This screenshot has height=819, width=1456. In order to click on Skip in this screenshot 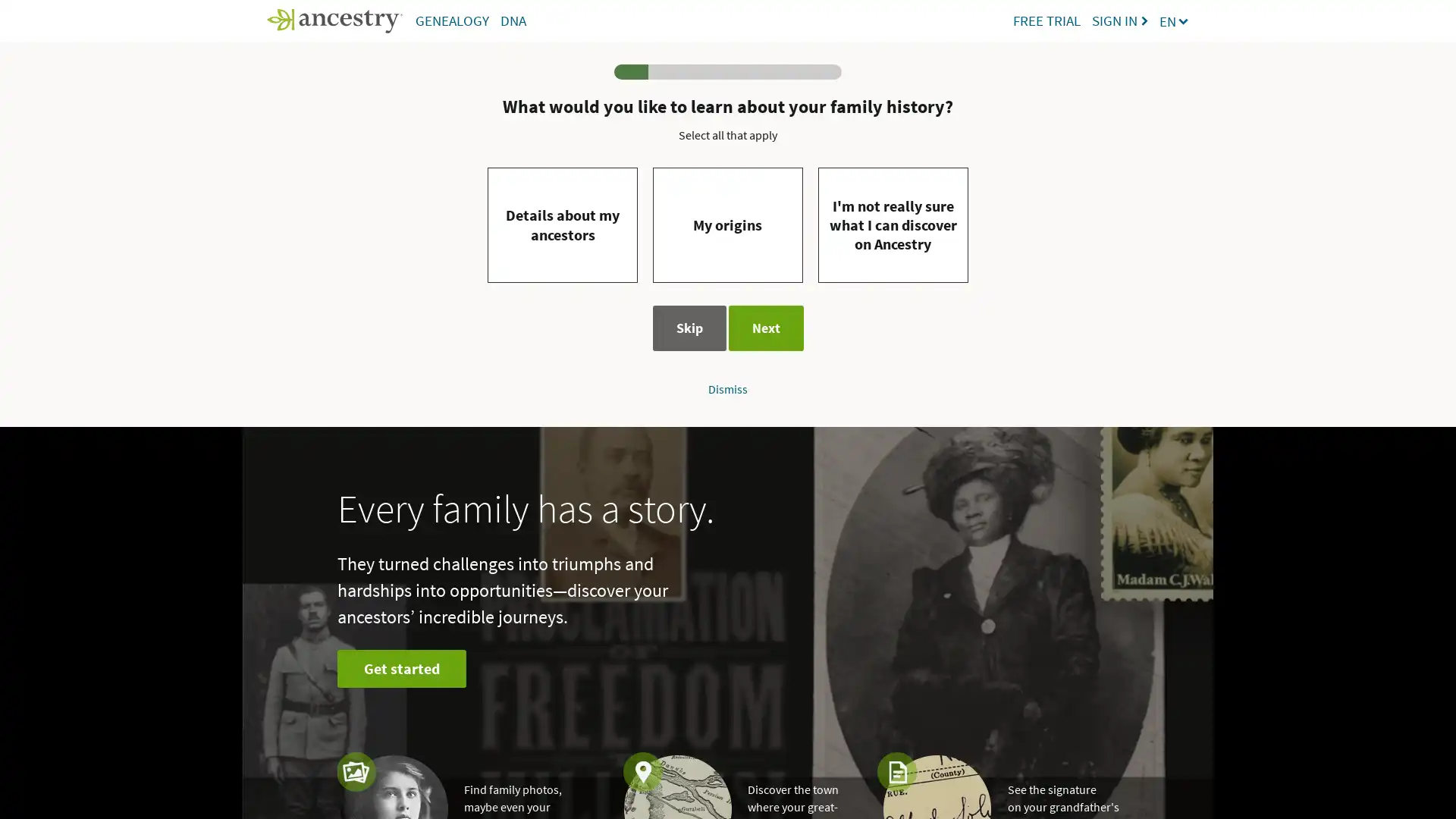, I will do `click(688, 327)`.